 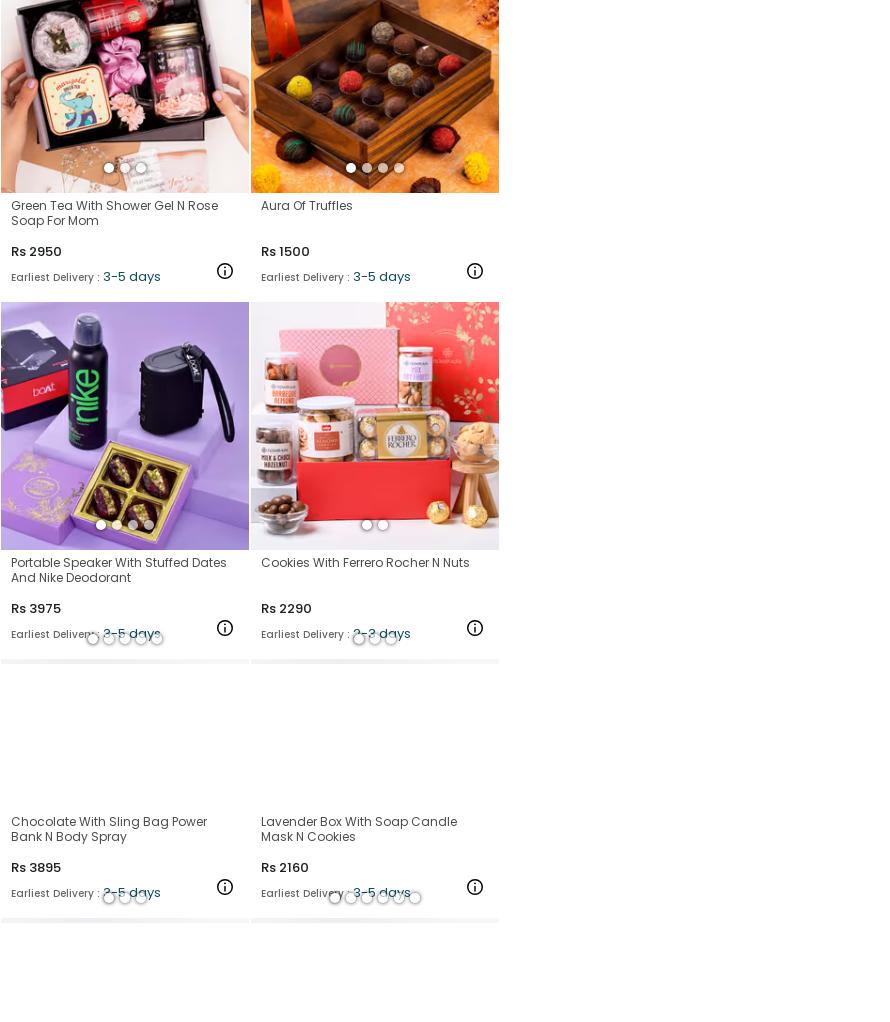 What do you see at coordinates (113, 212) in the screenshot?
I see `'Green Tea With Shower Gel N Rose Soap For Mom'` at bounding box center [113, 212].